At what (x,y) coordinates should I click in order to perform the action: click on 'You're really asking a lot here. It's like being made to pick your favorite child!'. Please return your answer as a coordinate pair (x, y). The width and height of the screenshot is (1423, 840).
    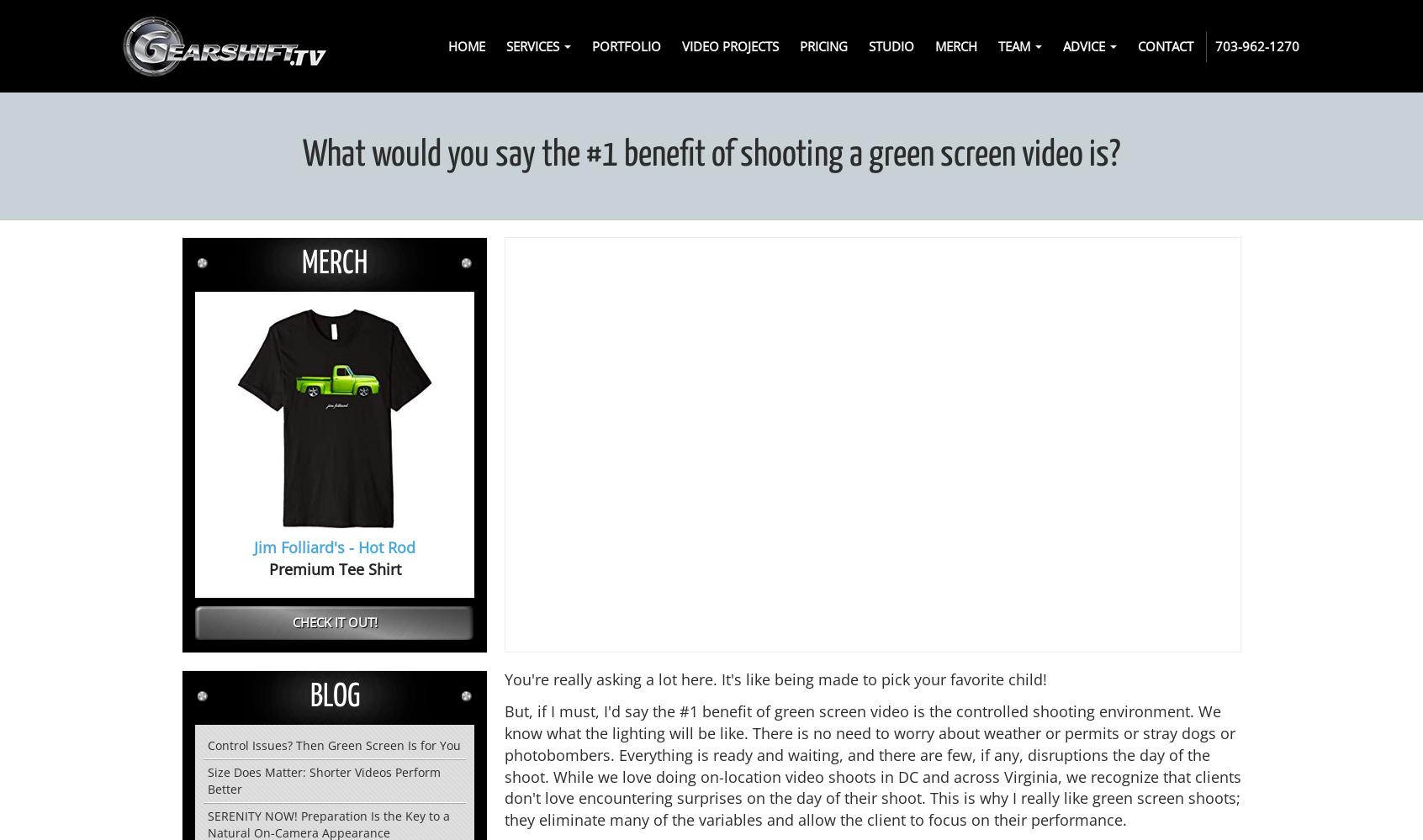
    Looking at the image, I should click on (775, 679).